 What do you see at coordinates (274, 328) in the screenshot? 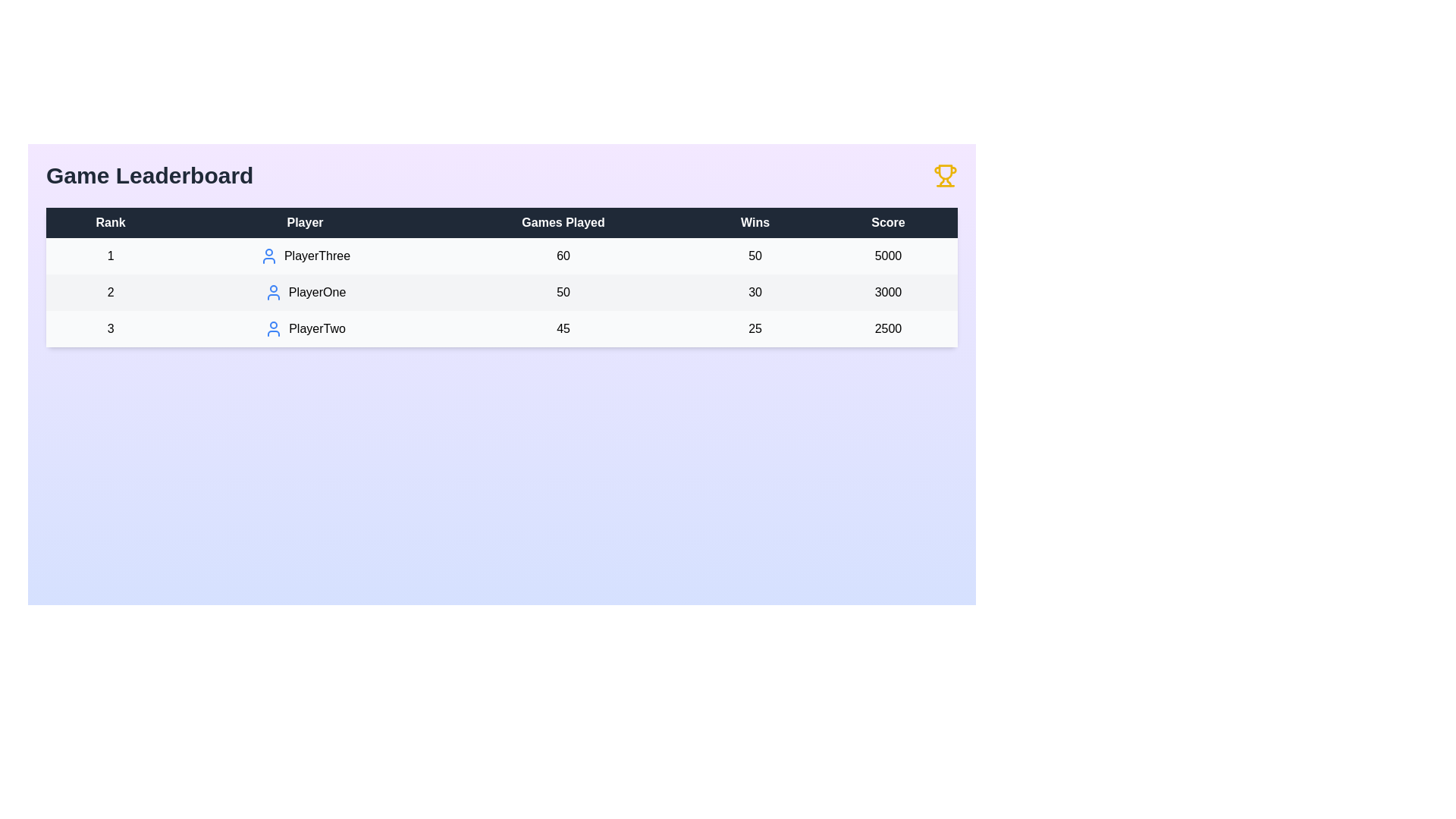
I see `user icon styled with a circular head and body outline in blue, located next to the text 'PlayerTwo' in the third row of the leaderboard table` at bounding box center [274, 328].